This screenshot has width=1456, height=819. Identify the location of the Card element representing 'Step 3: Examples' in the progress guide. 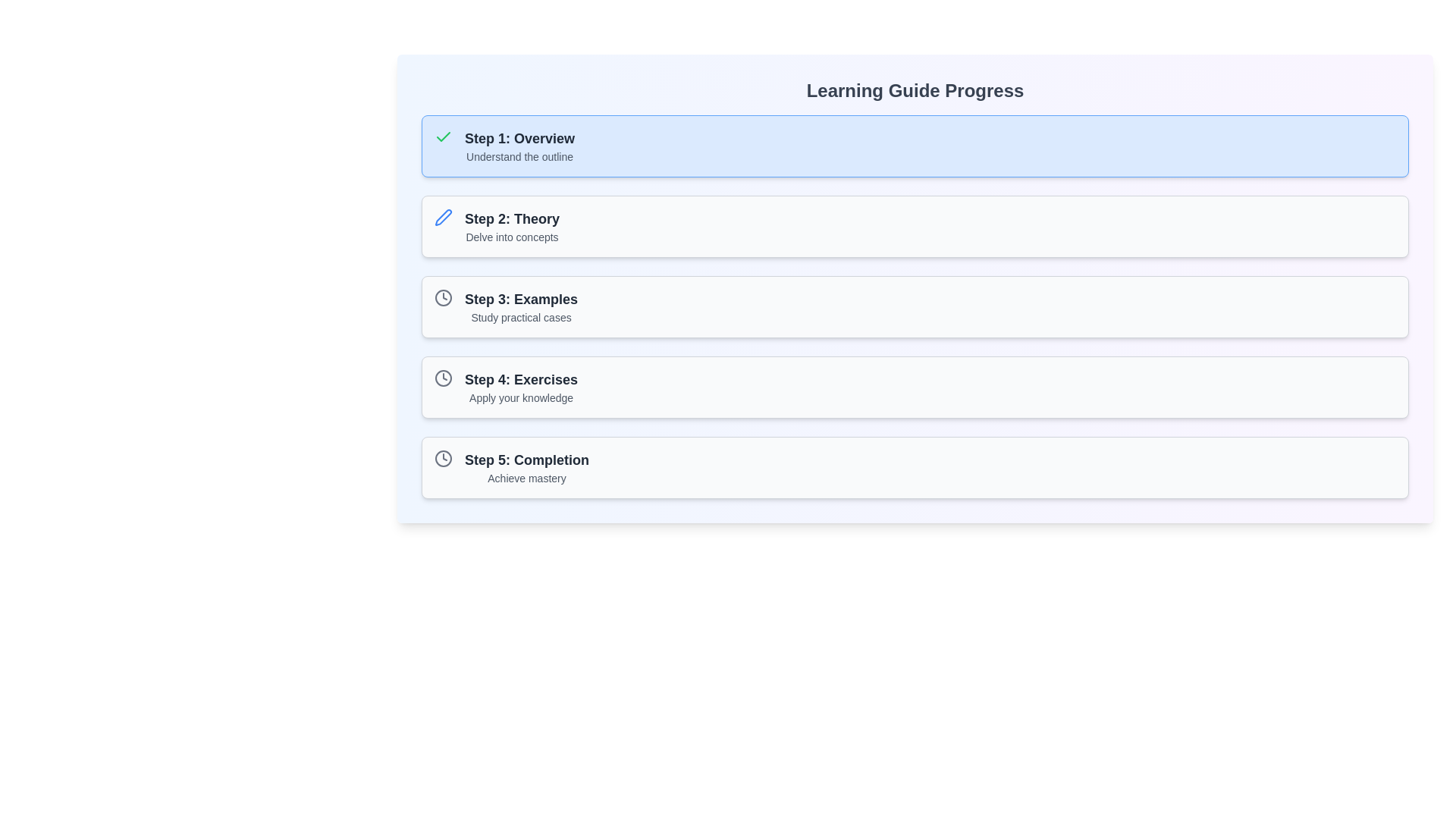
(914, 307).